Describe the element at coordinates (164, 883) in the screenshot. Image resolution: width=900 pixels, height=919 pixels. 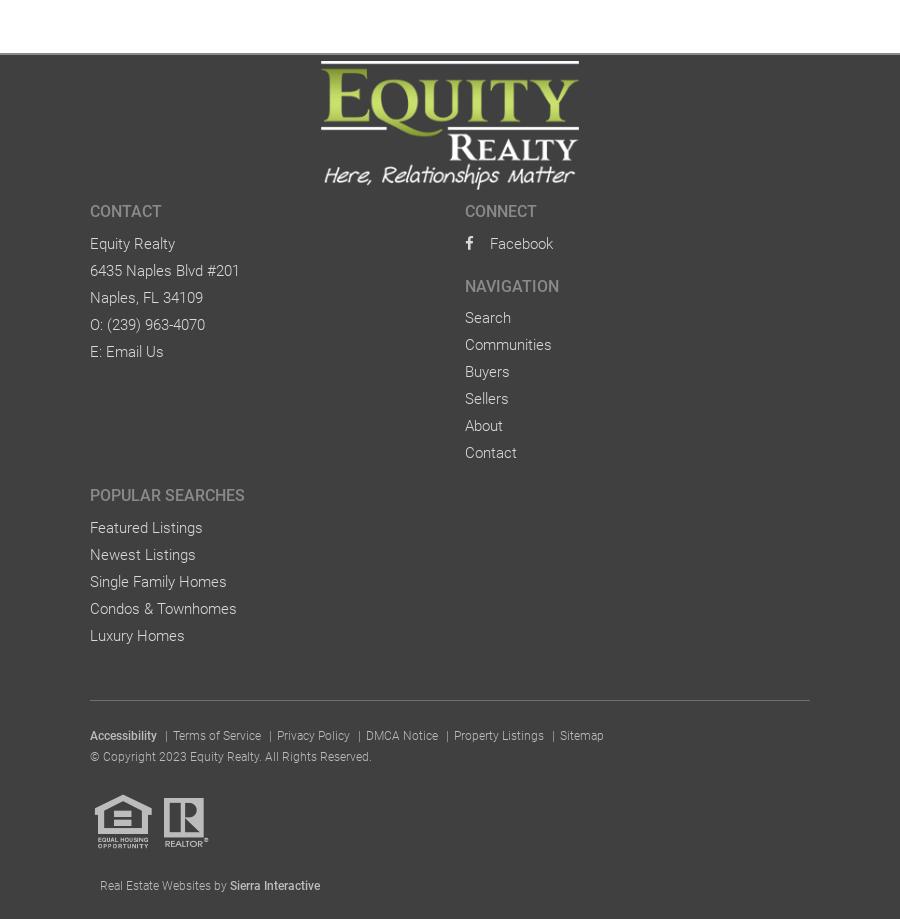
I see `'Real Estate Websites by'` at that location.